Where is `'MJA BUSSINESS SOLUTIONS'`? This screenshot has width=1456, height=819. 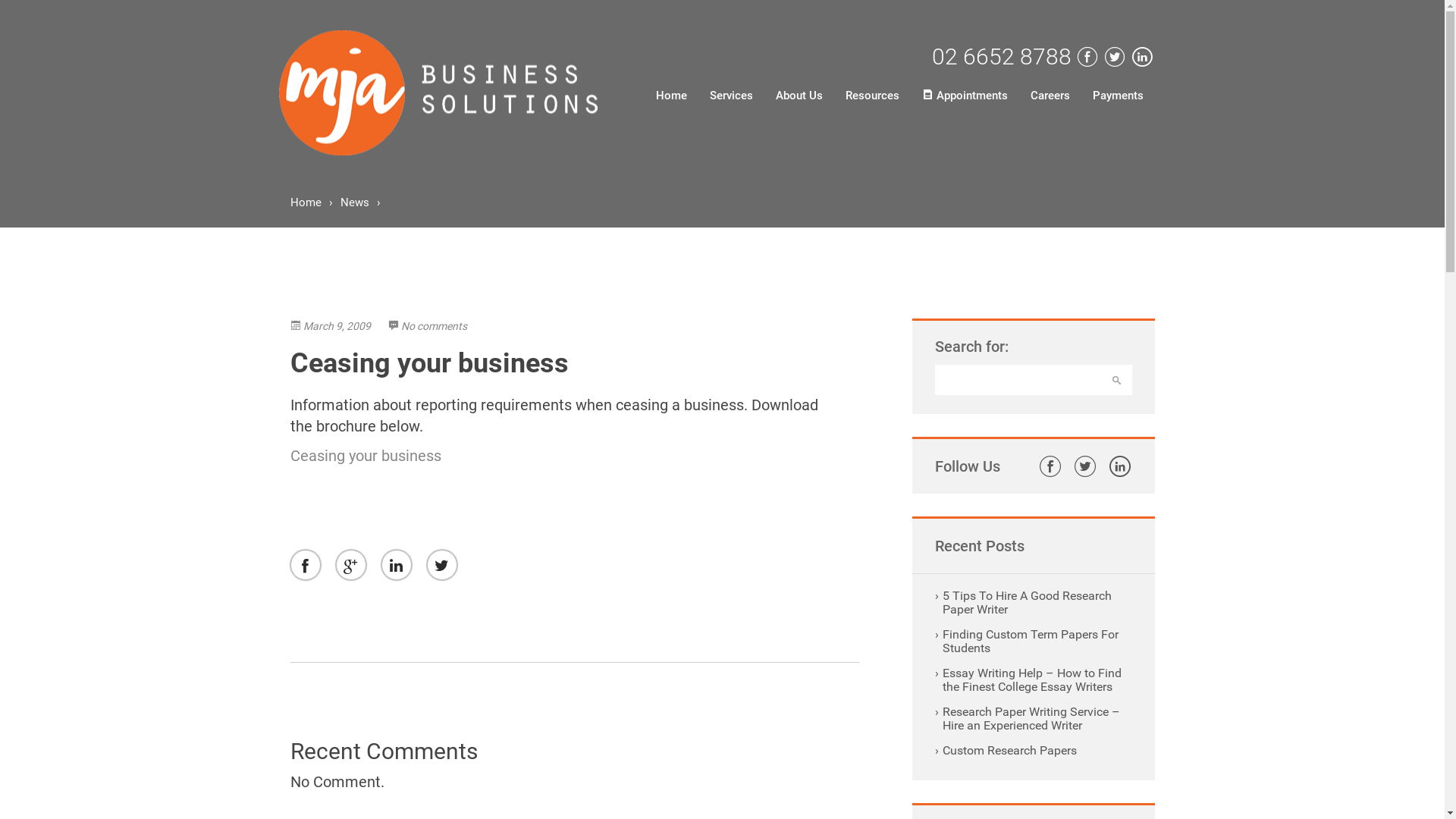 'MJA BUSSINESS SOLUTIONS' is located at coordinates (437, 93).